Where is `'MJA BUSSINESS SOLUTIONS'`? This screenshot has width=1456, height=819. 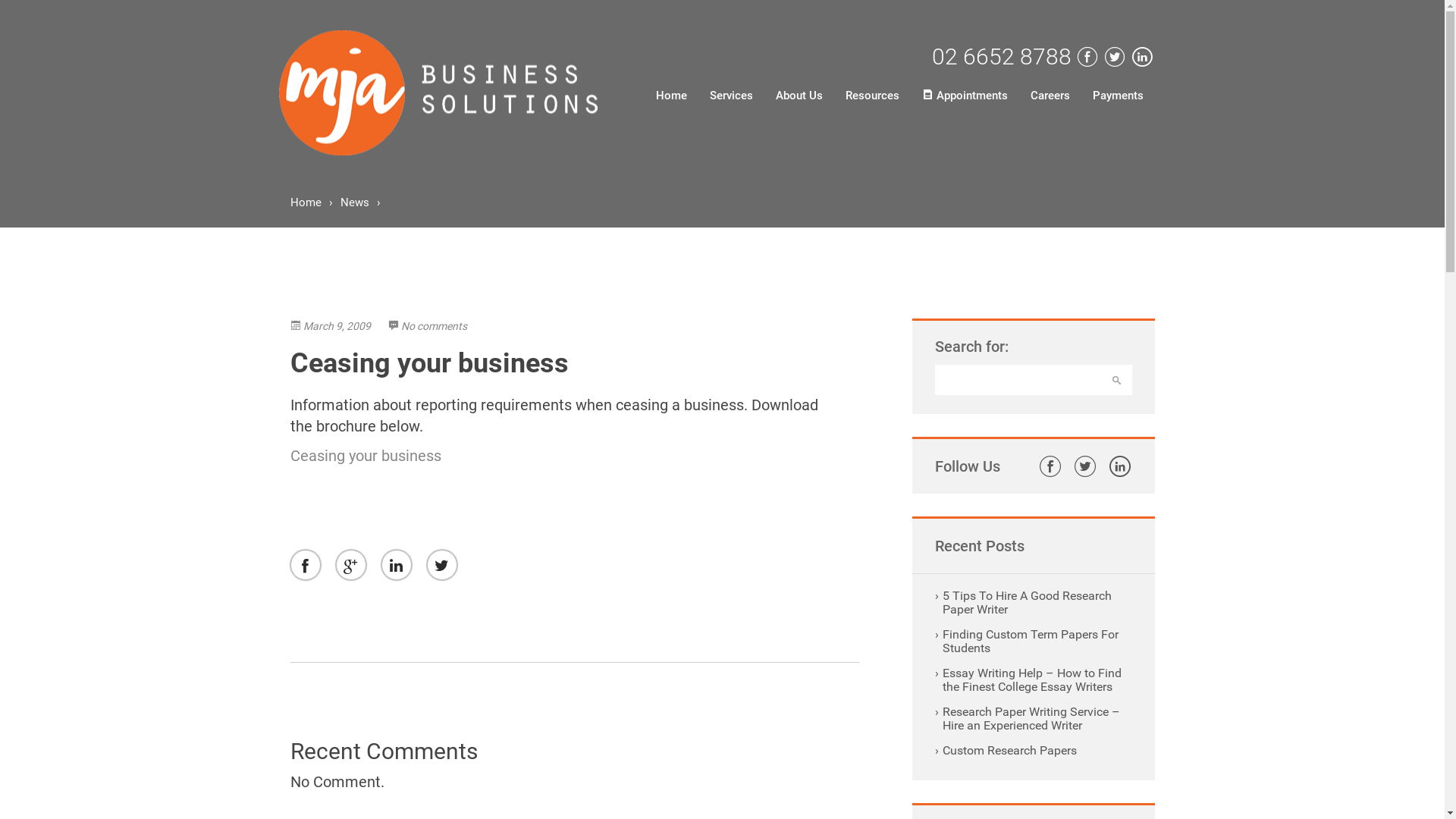 'MJA BUSSINESS SOLUTIONS' is located at coordinates (437, 93).